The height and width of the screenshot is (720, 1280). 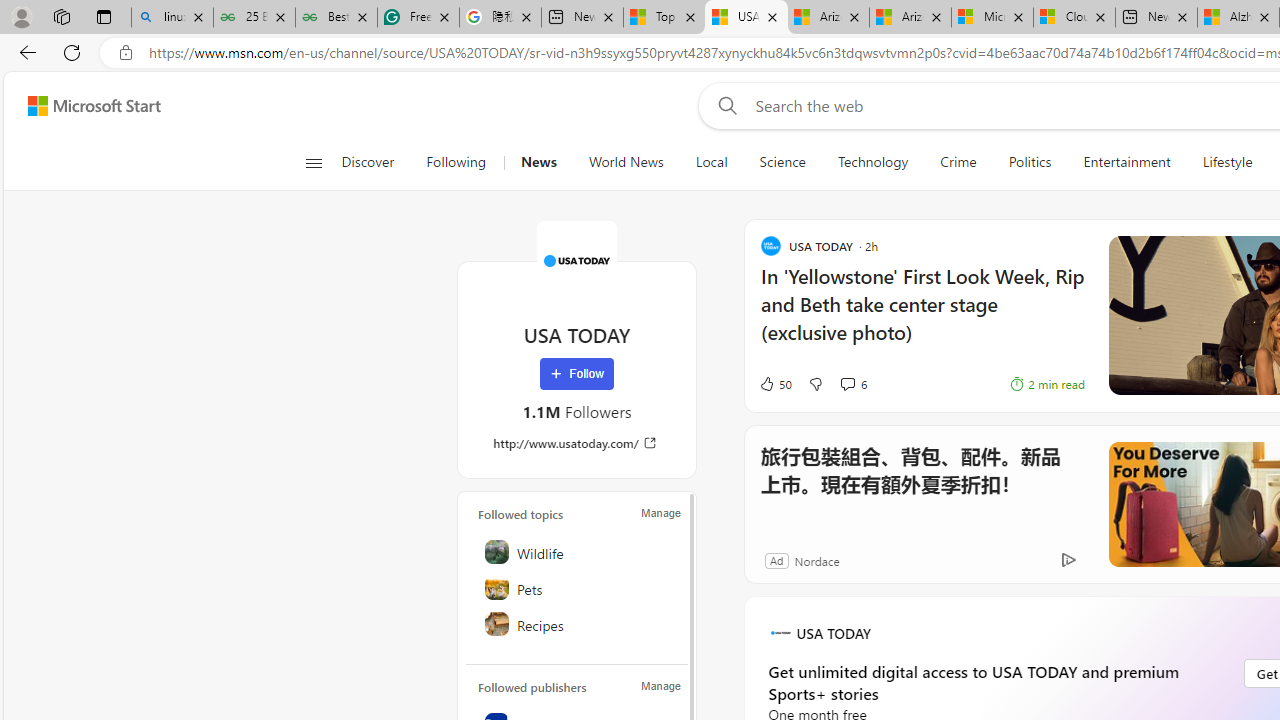 What do you see at coordinates (172, 17) in the screenshot?
I see `'linux basic - Search'` at bounding box center [172, 17].